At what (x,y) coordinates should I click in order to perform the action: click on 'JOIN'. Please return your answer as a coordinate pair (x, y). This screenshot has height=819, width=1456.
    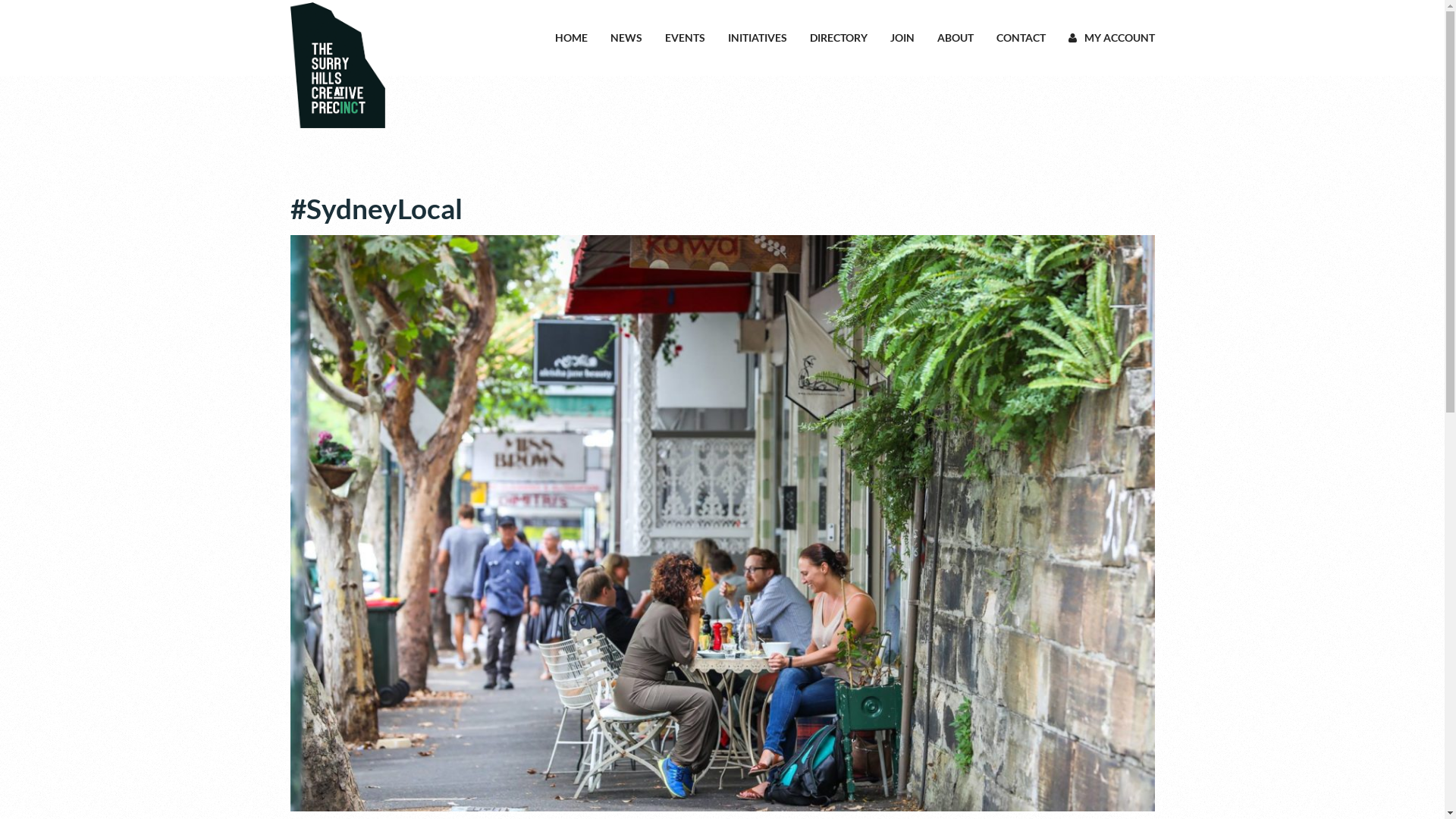
    Looking at the image, I should click on (902, 37).